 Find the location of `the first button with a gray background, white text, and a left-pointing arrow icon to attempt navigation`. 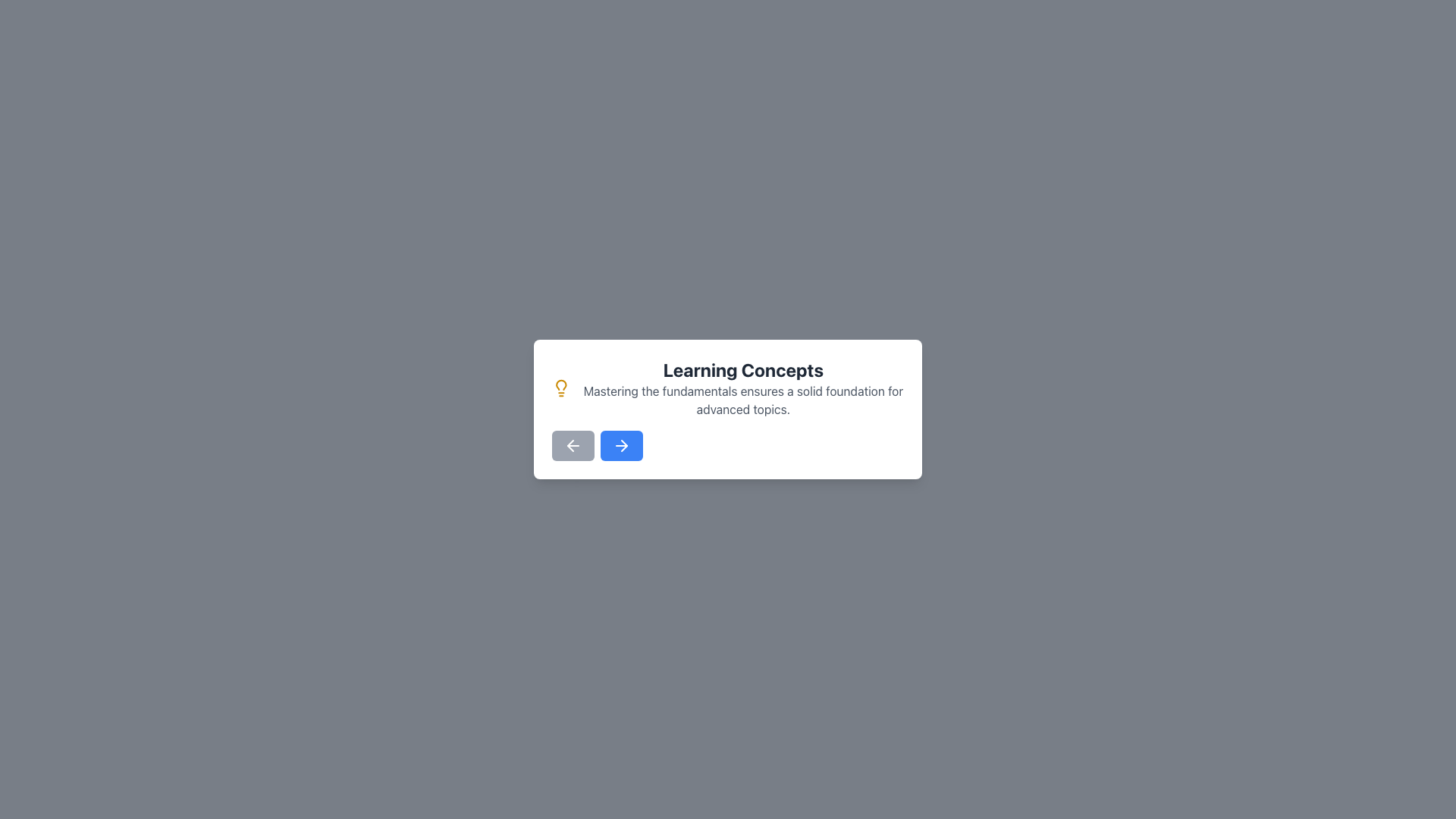

the first button with a gray background, white text, and a left-pointing arrow icon to attempt navigation is located at coordinates (572, 444).